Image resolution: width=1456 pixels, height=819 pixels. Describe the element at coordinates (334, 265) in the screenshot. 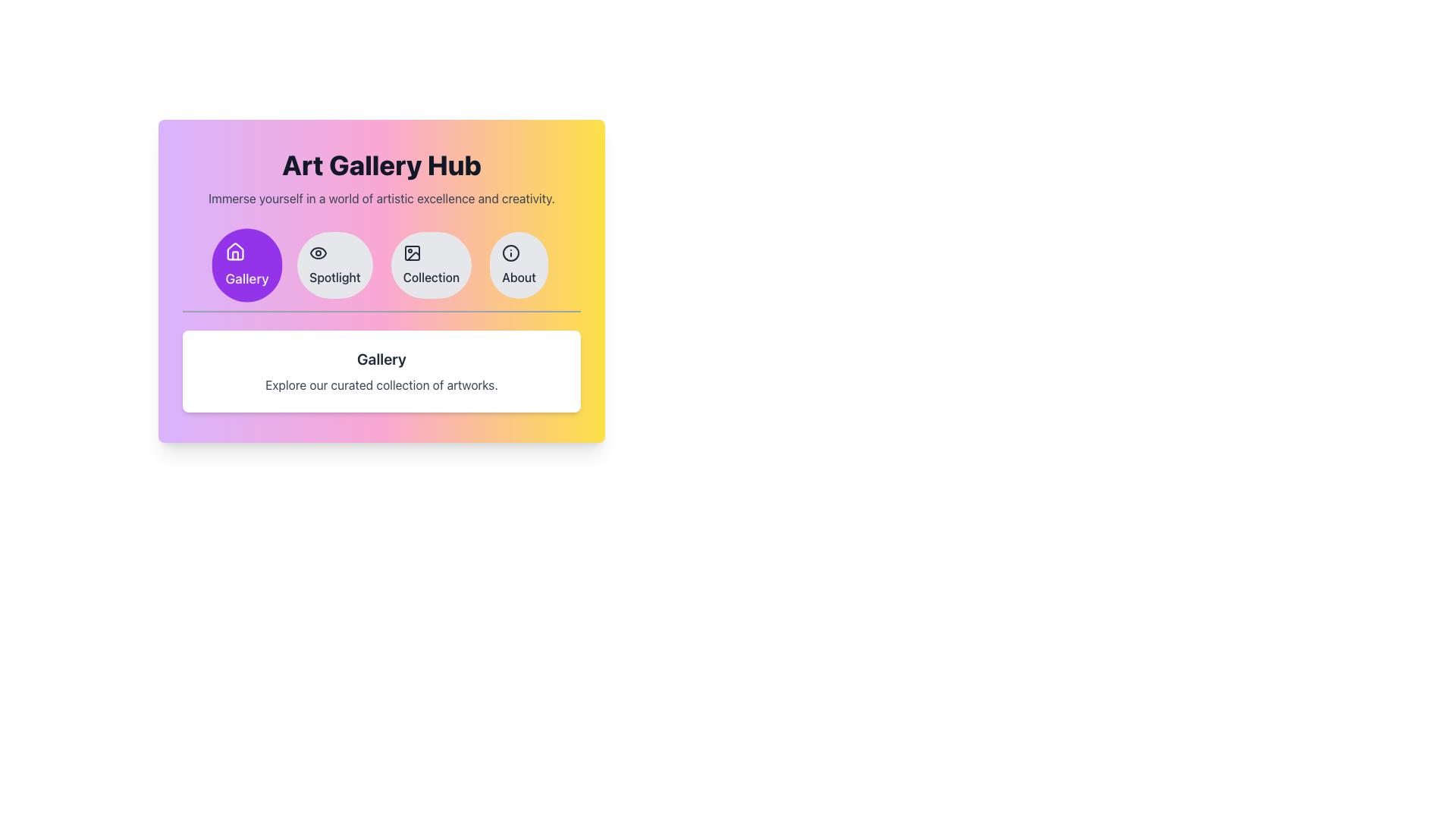

I see `the second circular button in the main navigation section` at that location.